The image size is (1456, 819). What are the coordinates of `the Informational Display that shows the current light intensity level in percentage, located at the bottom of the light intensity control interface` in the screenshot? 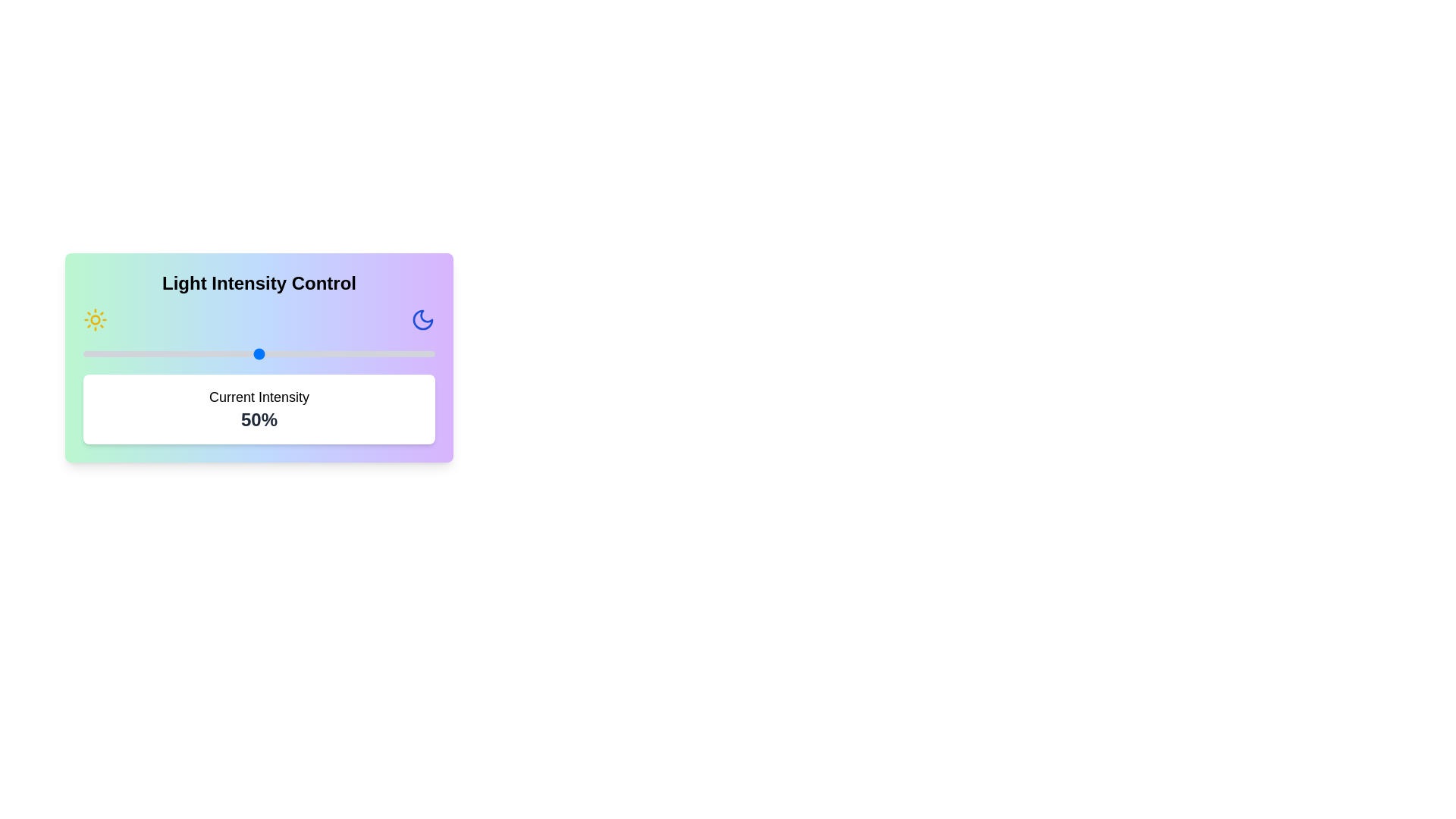 It's located at (259, 409).